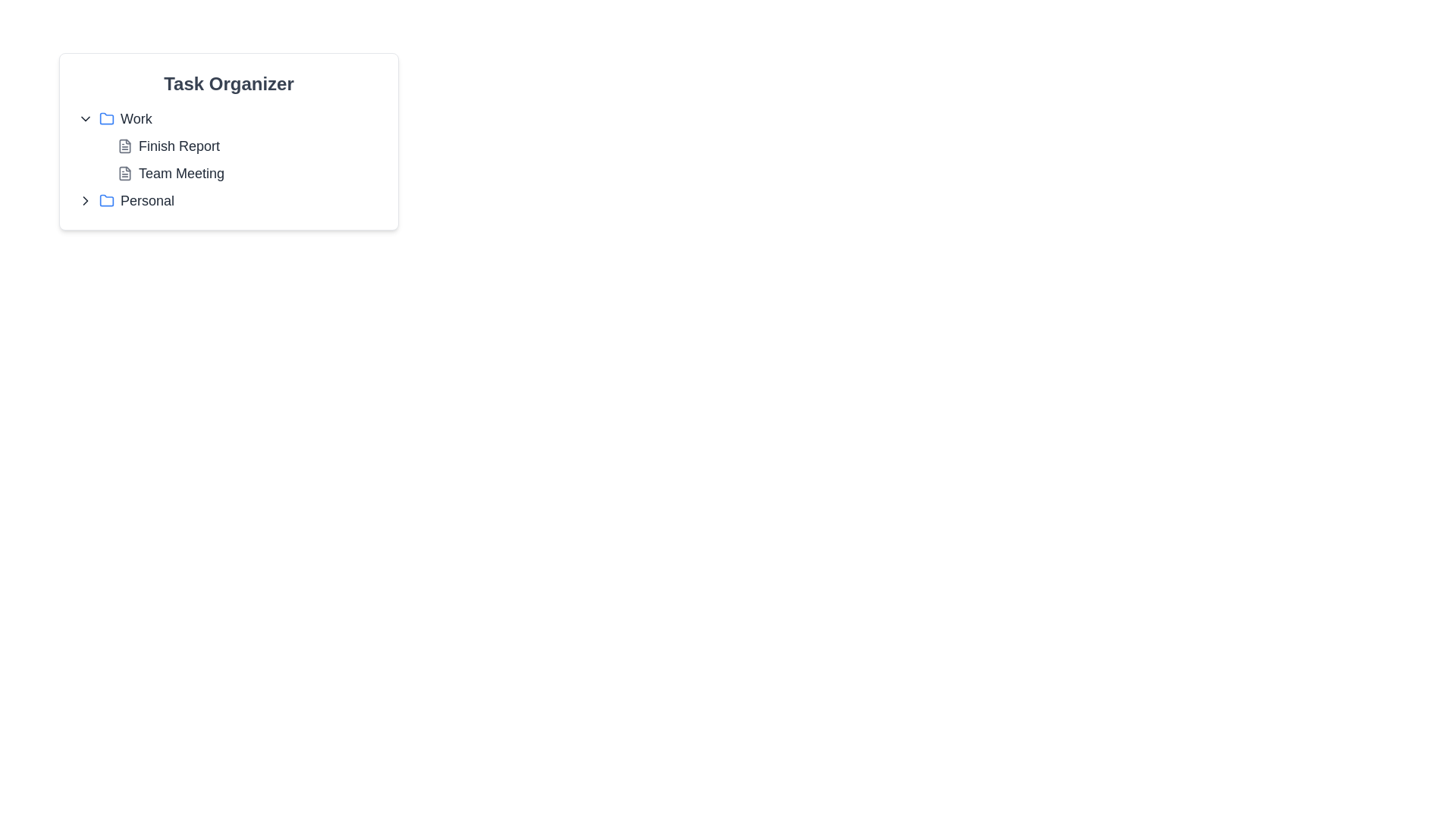 This screenshot has height=819, width=1456. What do you see at coordinates (228, 84) in the screenshot?
I see `text displayed as 'Task Organizer' in large, bold, dark gray font, located at the top of the interface, centered horizontally above other items` at bounding box center [228, 84].